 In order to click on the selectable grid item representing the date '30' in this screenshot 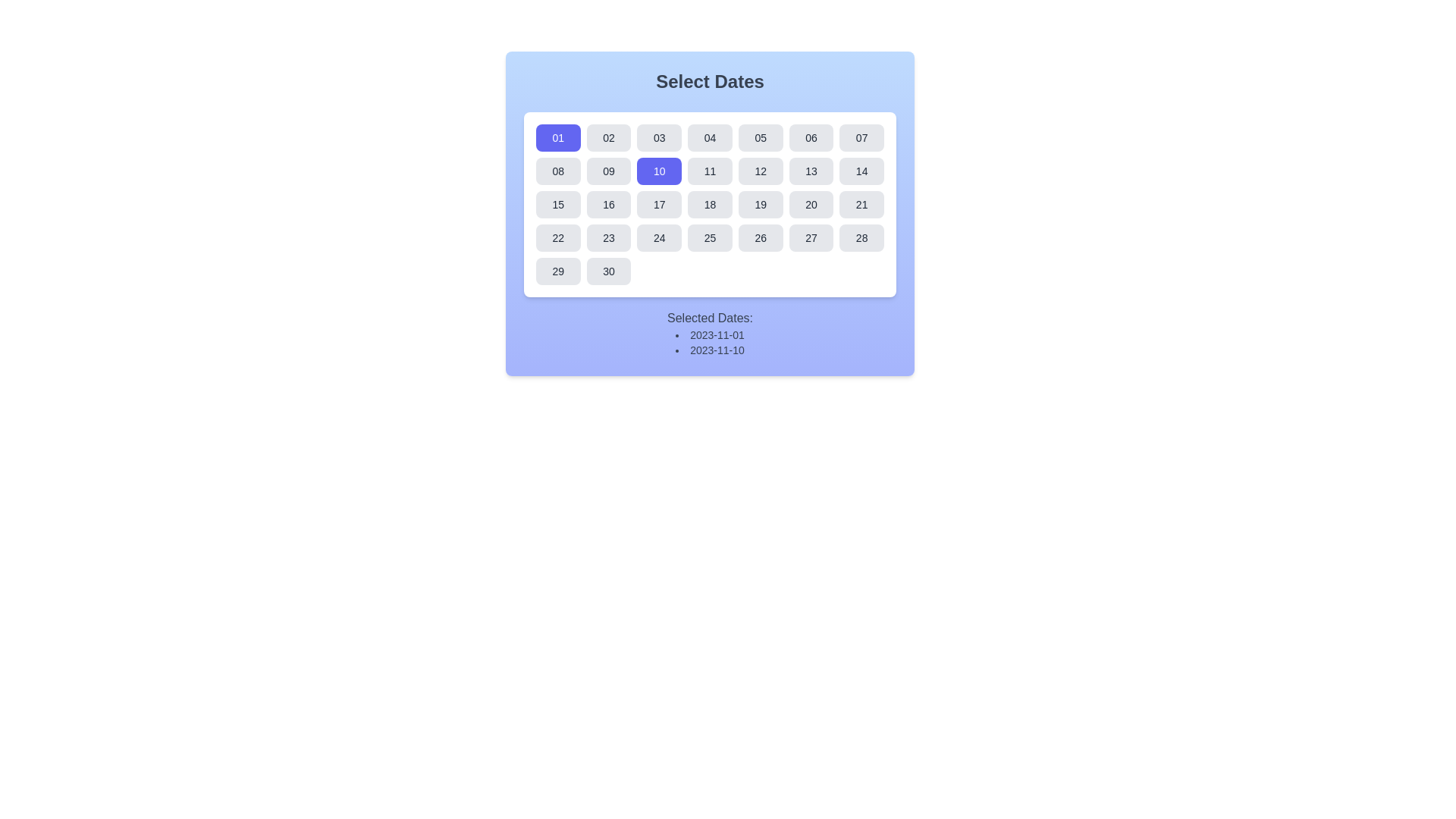, I will do `click(609, 271)`.